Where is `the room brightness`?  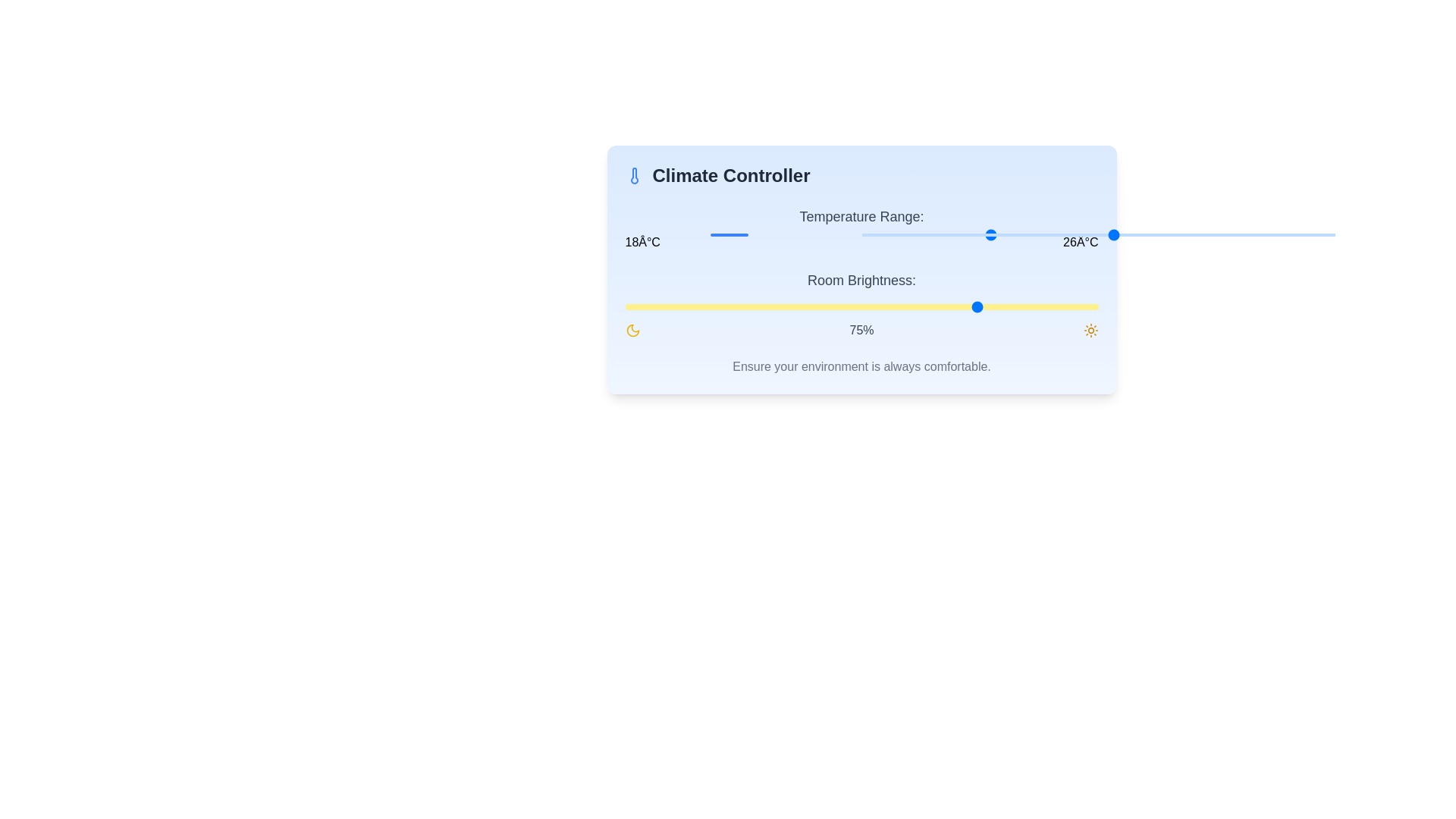
the room brightness is located at coordinates (913, 307).